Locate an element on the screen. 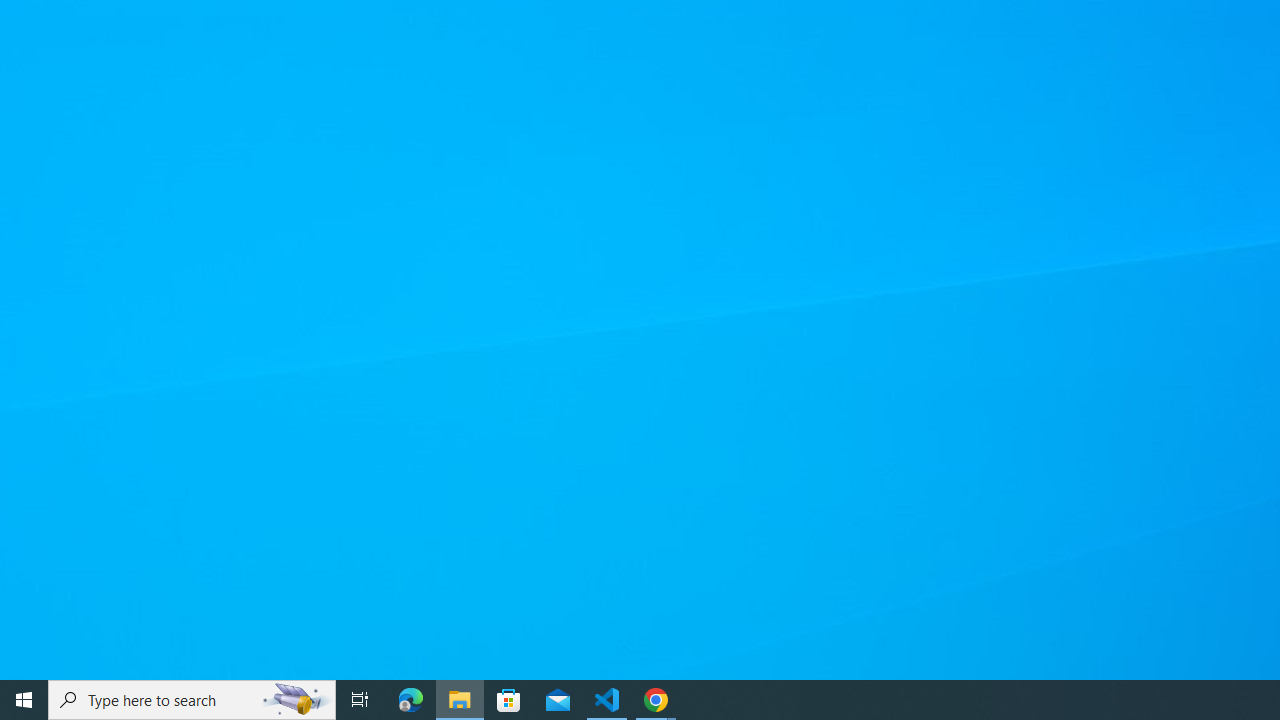  'Microsoft Store' is located at coordinates (509, 698).